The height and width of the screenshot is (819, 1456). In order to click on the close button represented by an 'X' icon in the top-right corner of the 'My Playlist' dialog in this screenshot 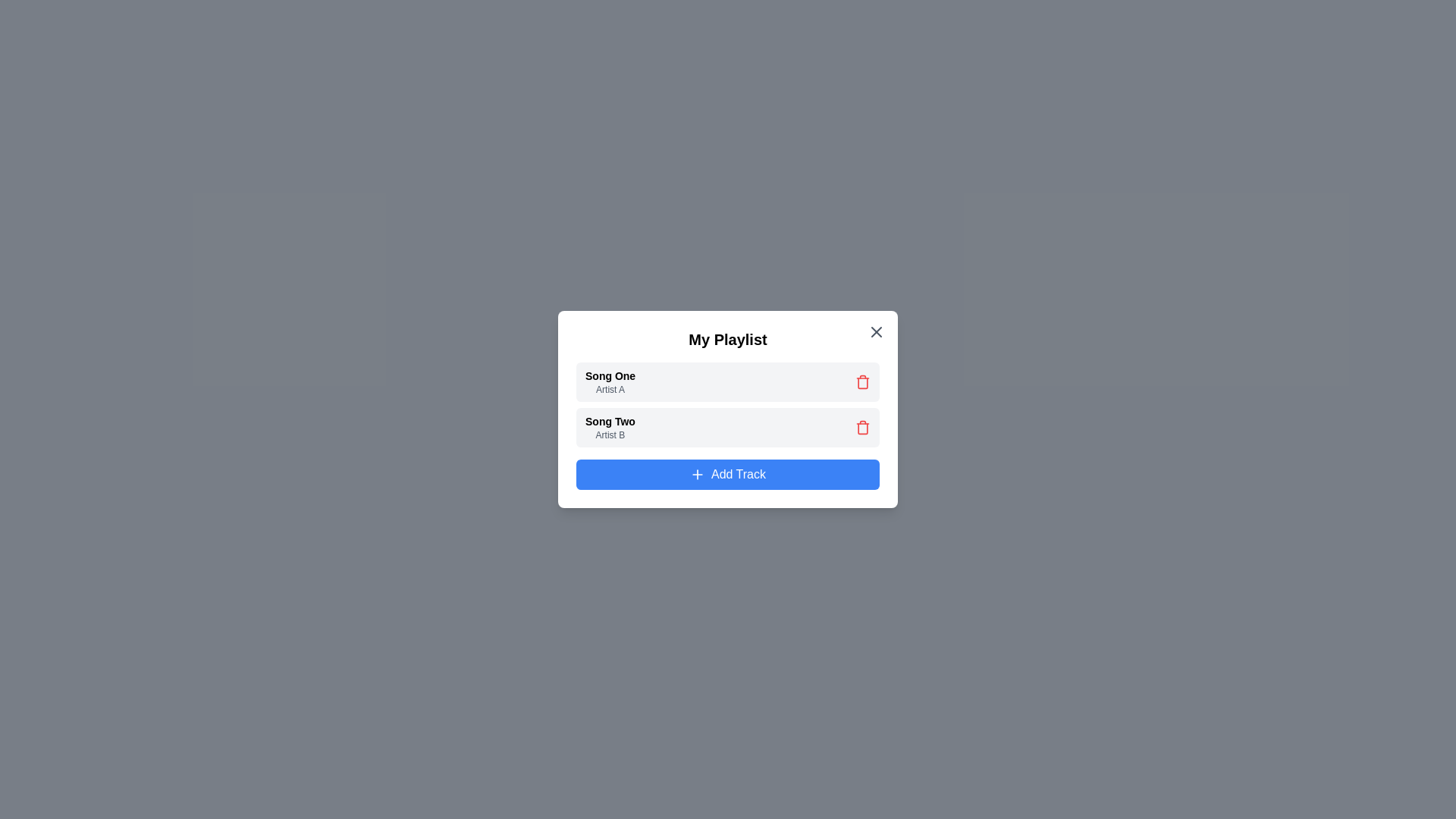, I will do `click(877, 331)`.